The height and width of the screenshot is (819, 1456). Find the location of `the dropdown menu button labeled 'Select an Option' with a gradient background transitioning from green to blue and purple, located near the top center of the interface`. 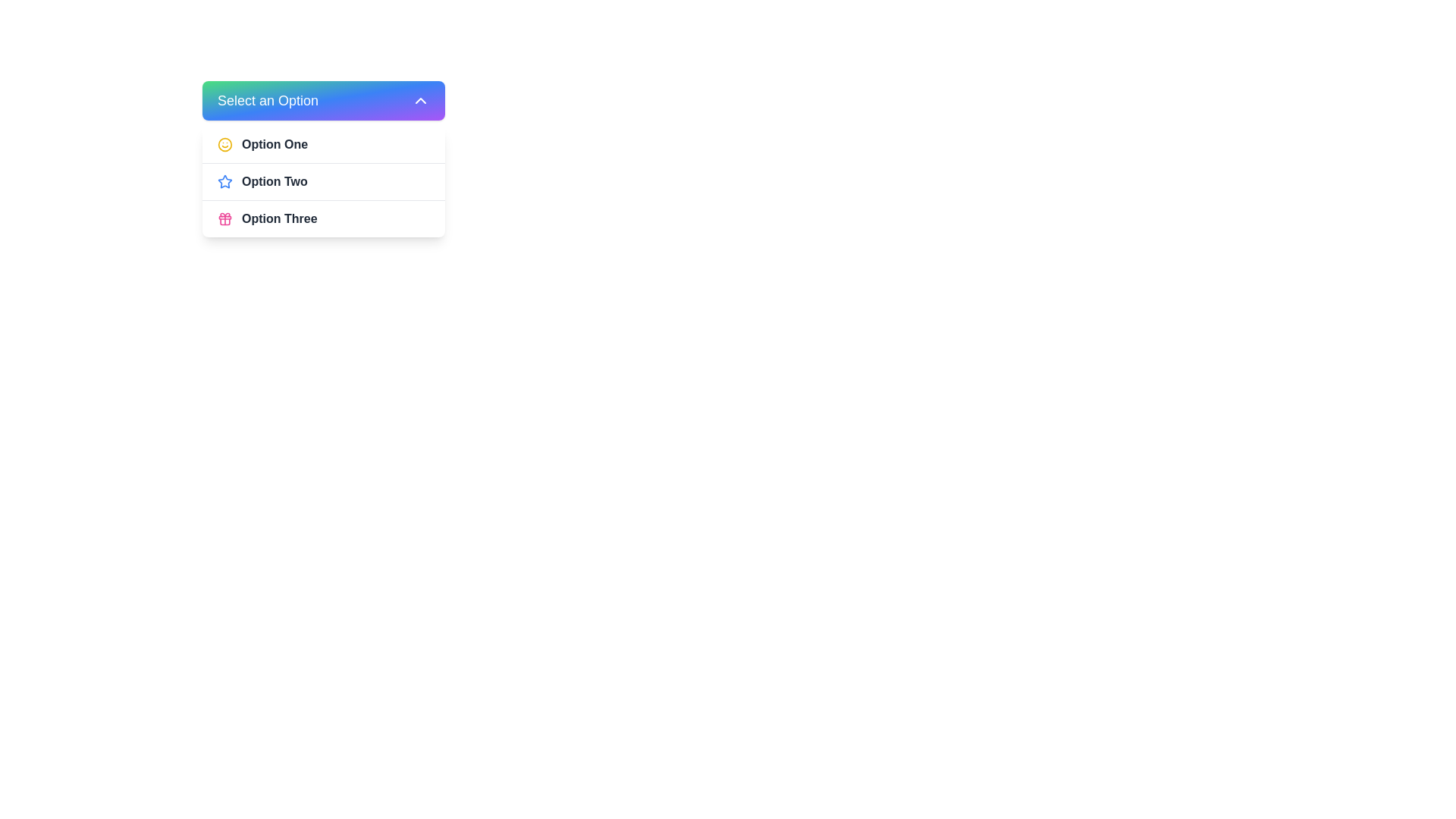

the dropdown menu button labeled 'Select an Option' with a gradient background transitioning from green to blue and purple, located near the top center of the interface is located at coordinates (323, 100).